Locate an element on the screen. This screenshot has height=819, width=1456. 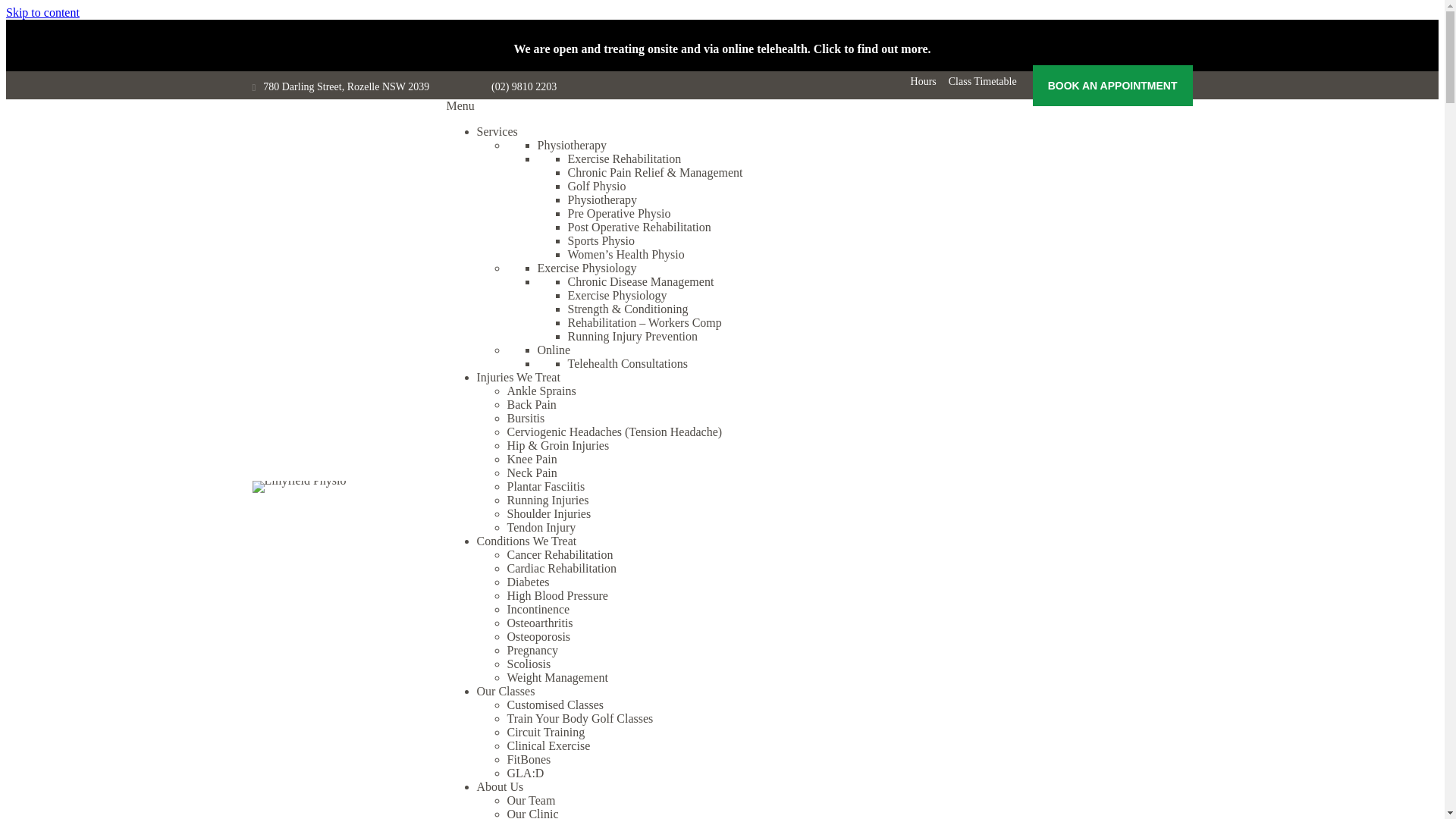
'Osteoarthritis' is located at coordinates (539, 623).